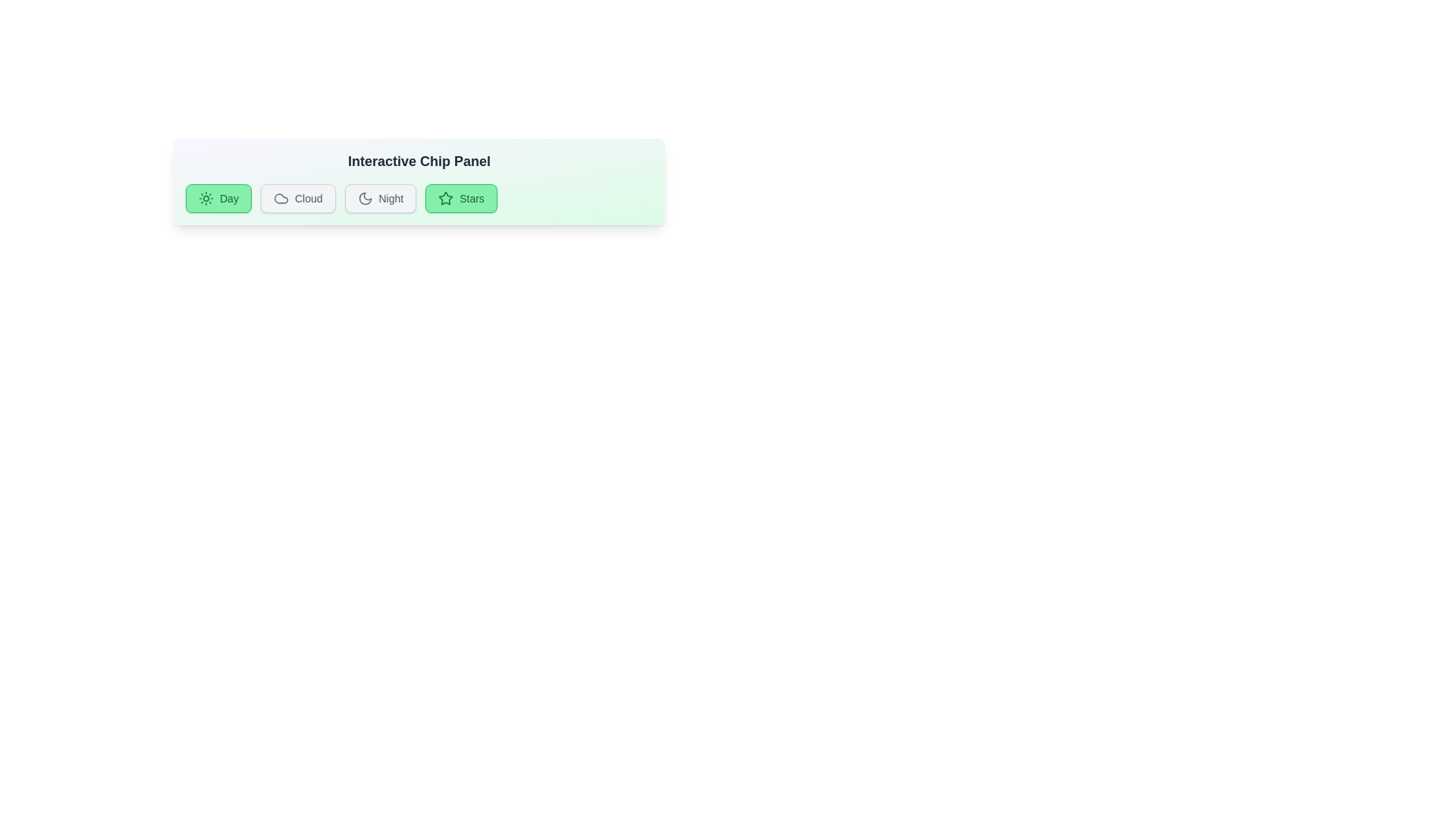 Image resolution: width=1456 pixels, height=819 pixels. Describe the element at coordinates (218, 198) in the screenshot. I see `the chip labeled Day` at that location.